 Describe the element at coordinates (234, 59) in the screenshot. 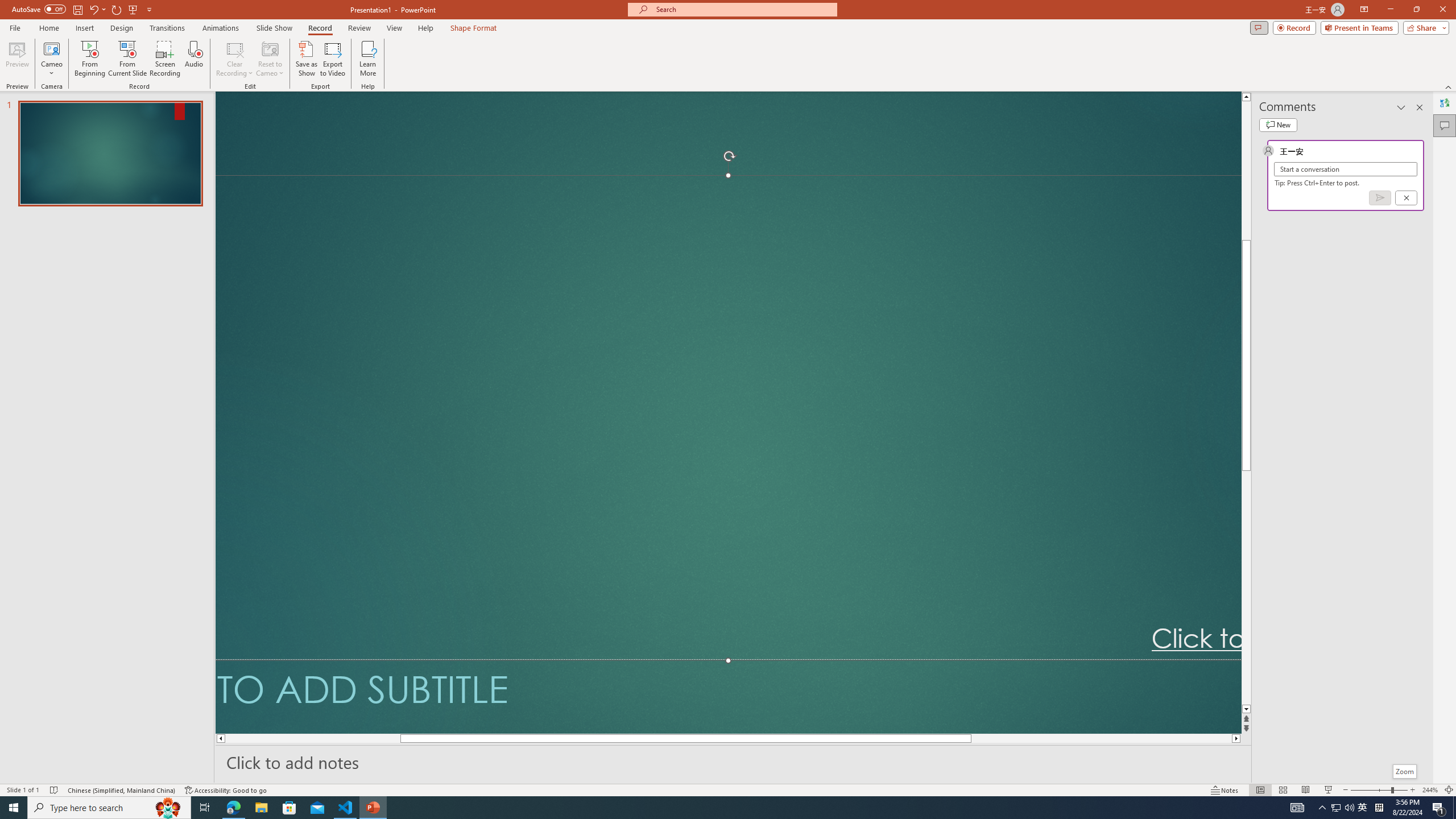

I see `'Clear Recording'` at that location.